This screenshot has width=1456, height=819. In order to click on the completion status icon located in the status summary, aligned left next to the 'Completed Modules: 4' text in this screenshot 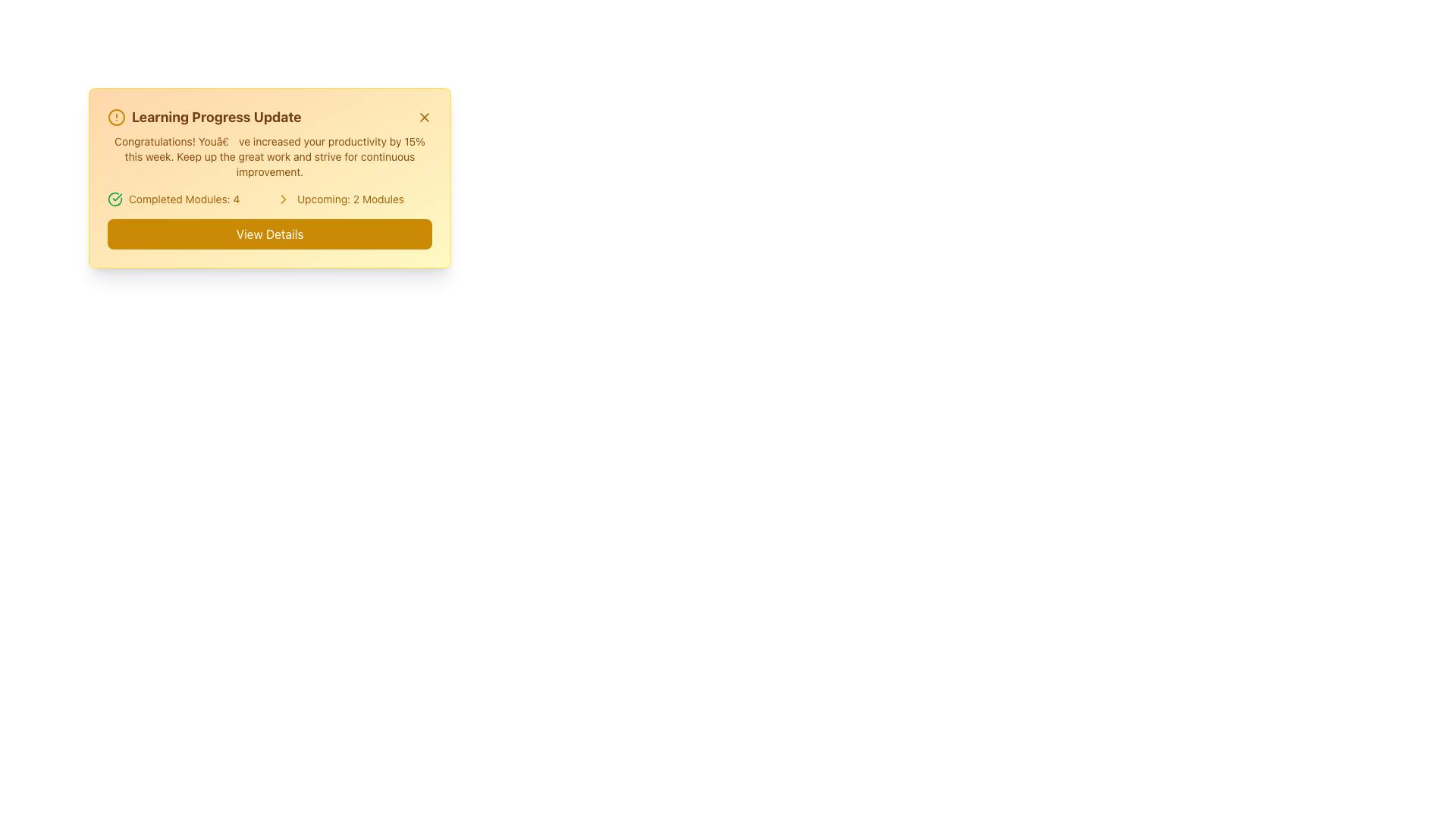, I will do `click(115, 198)`.